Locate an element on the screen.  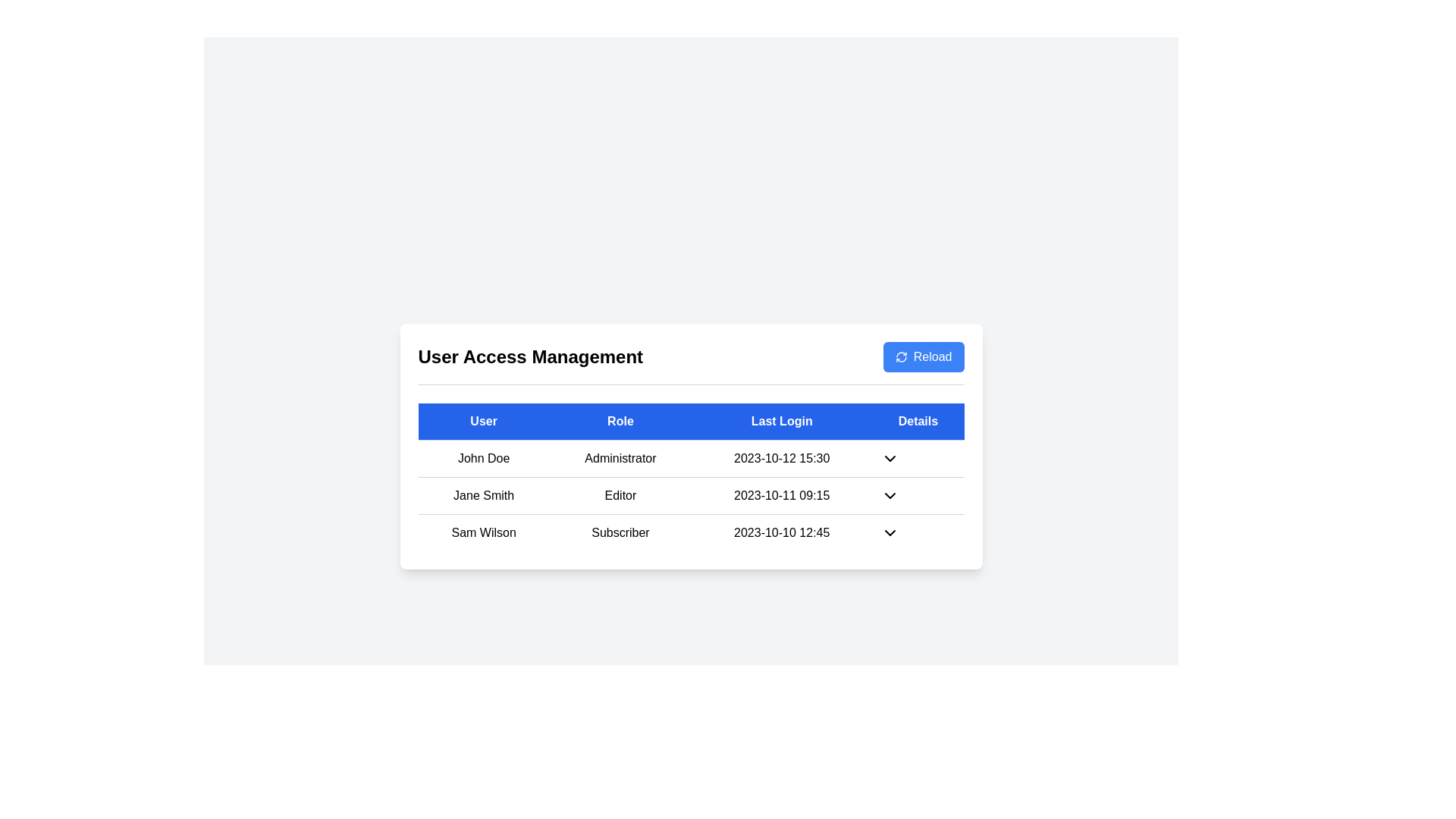
the Table Header Cell displaying 'User' with a blue background and white text, which is the first column header in the table adjacent to the 'Role' header is located at coordinates (483, 422).